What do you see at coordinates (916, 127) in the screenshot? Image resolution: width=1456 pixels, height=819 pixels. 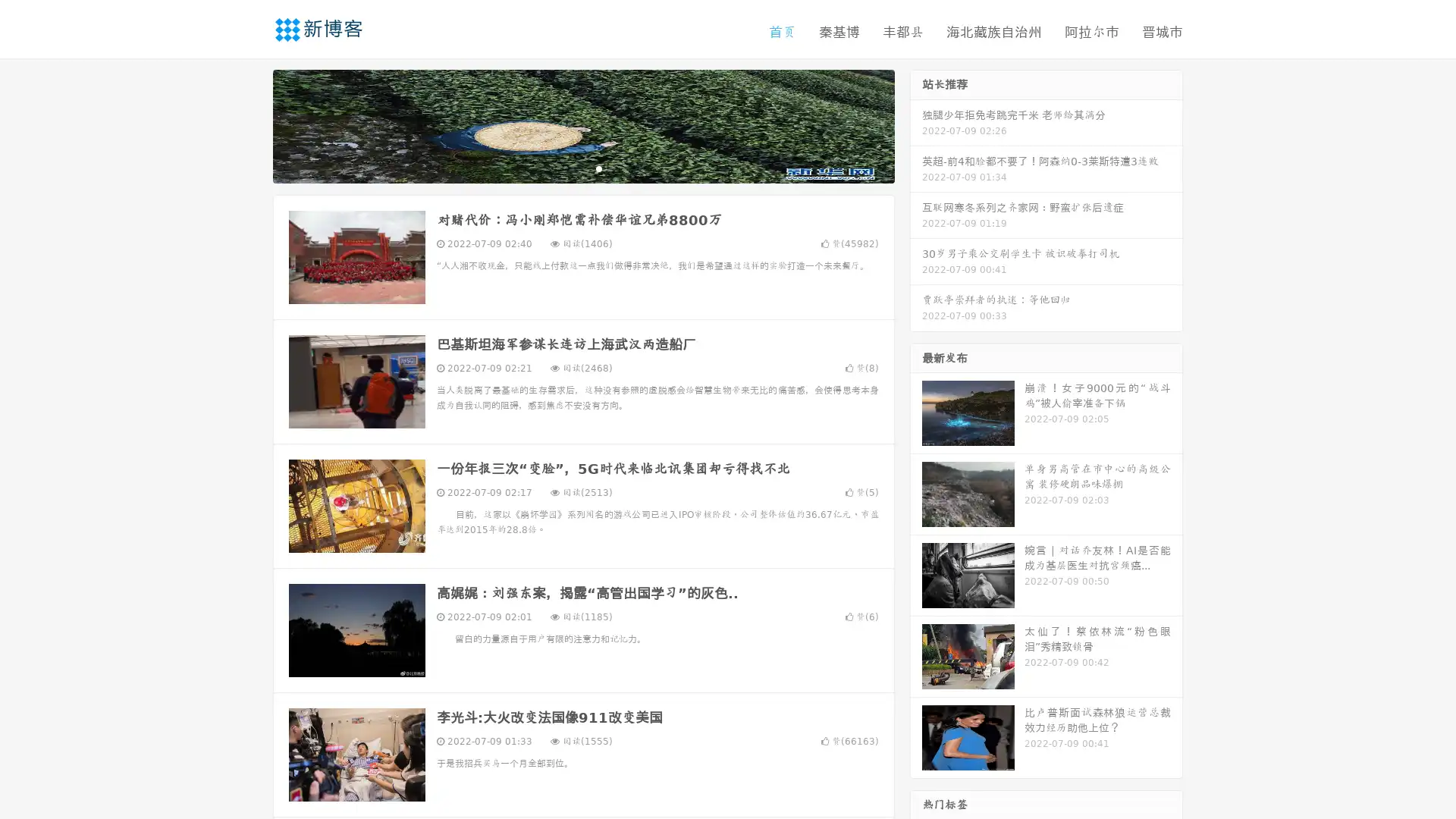 I see `Next slide` at bounding box center [916, 127].